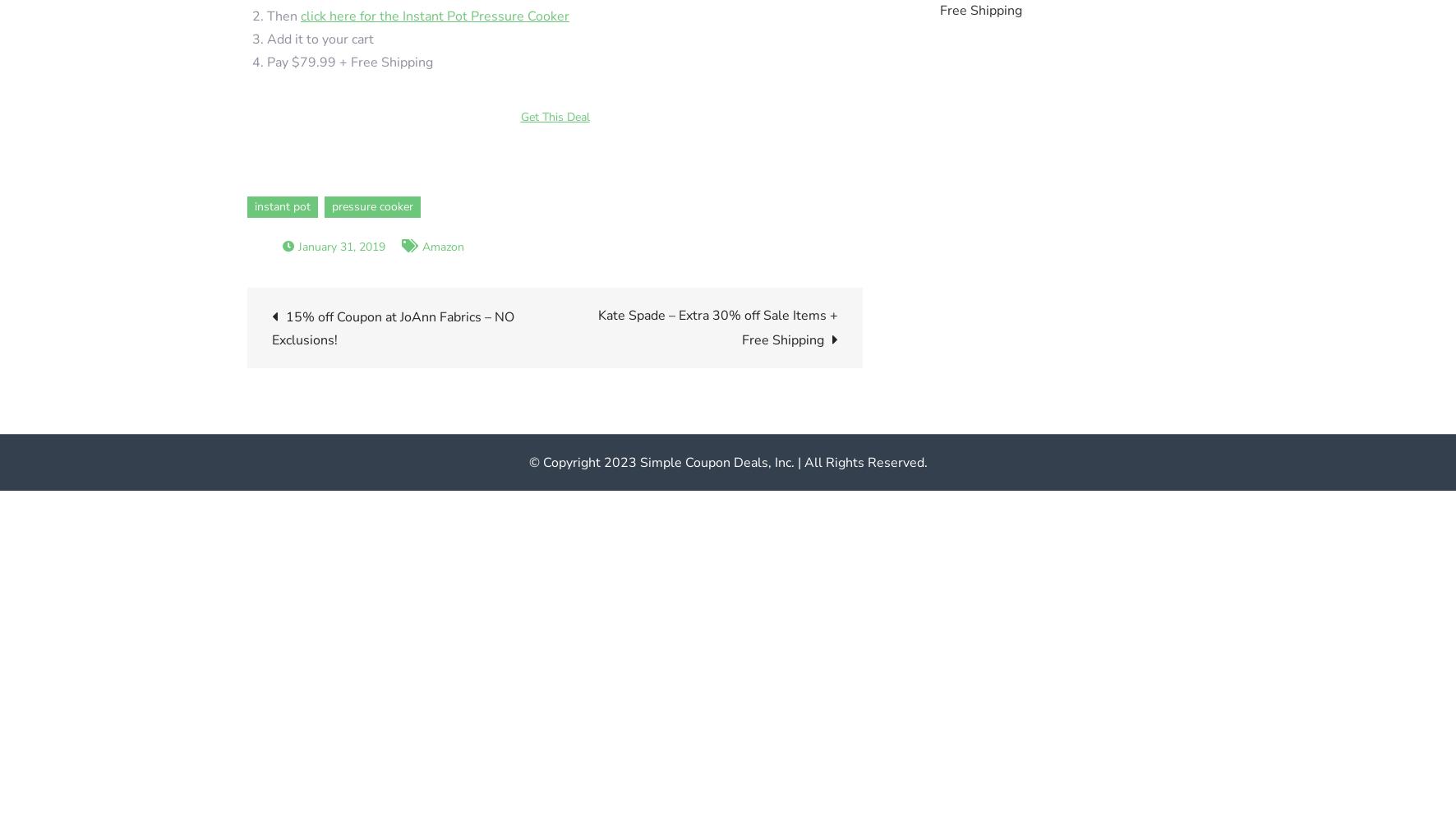 This screenshot has width=1456, height=822. I want to click on 'click here for the Instant Pot Pressure Cooker', so click(300, 16).